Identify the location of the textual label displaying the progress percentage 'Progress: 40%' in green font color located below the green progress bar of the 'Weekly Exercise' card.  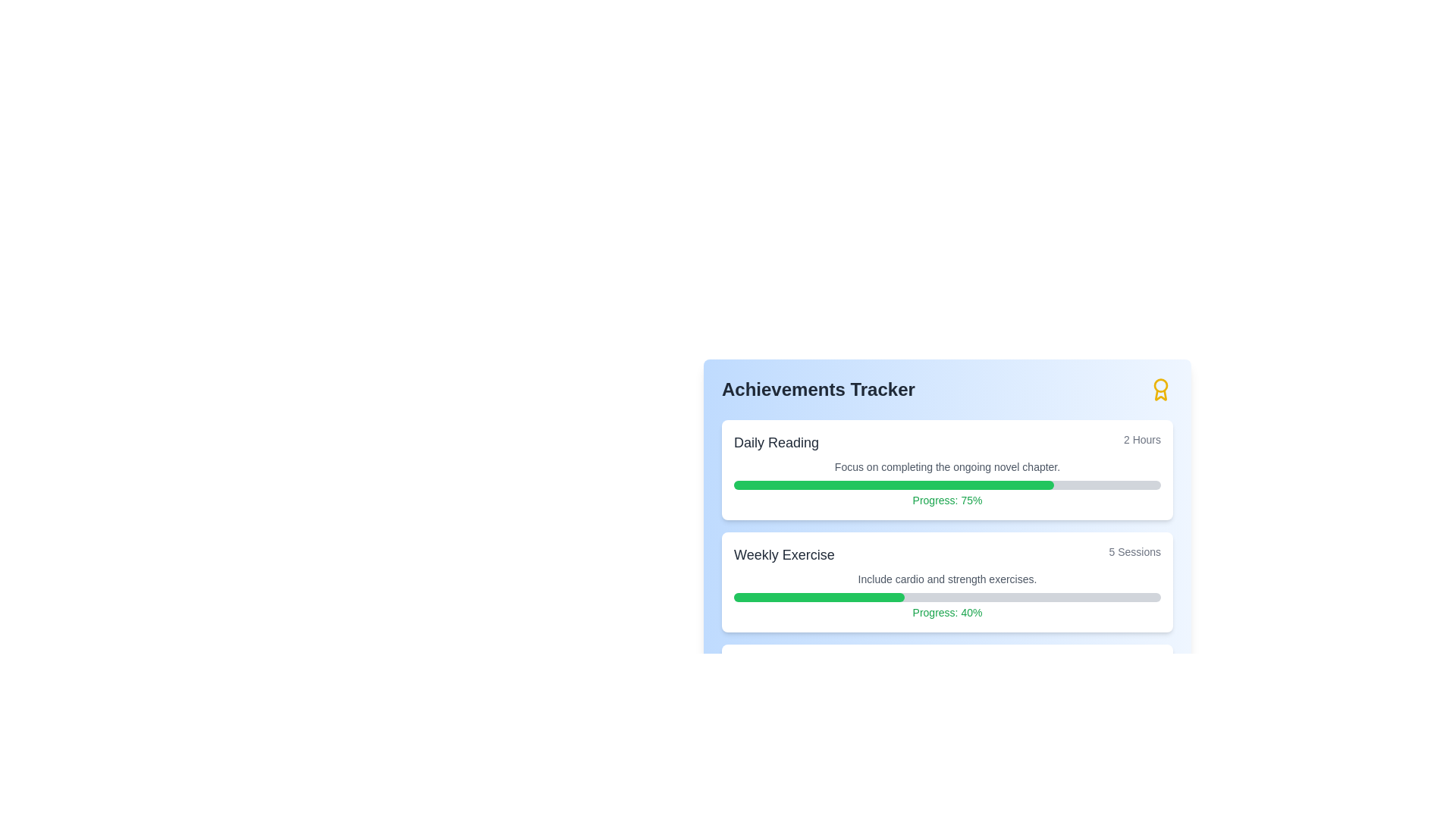
(946, 611).